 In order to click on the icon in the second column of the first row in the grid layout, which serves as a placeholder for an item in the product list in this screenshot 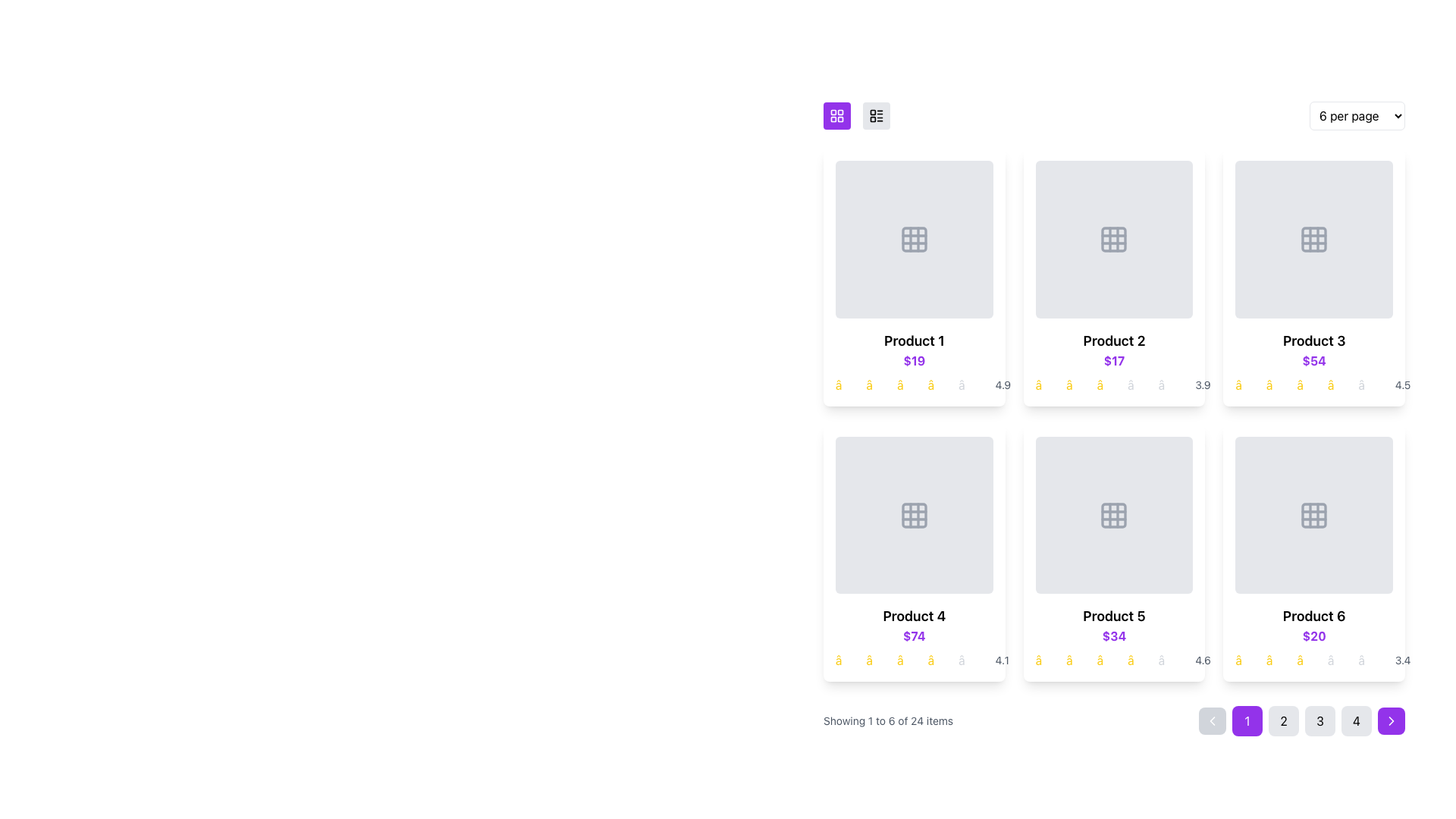, I will do `click(1114, 239)`.